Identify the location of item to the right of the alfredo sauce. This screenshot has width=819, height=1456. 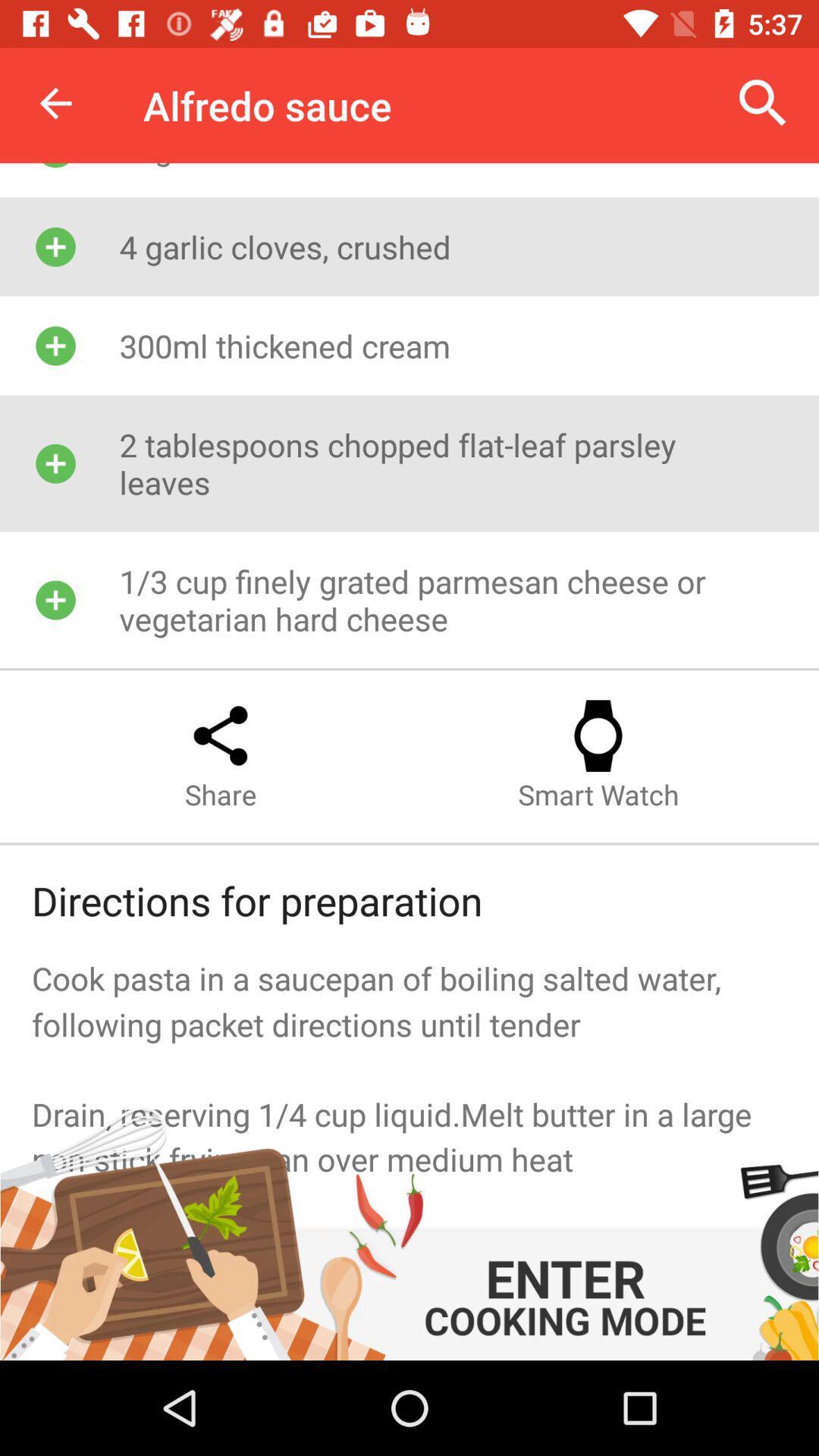
(763, 102).